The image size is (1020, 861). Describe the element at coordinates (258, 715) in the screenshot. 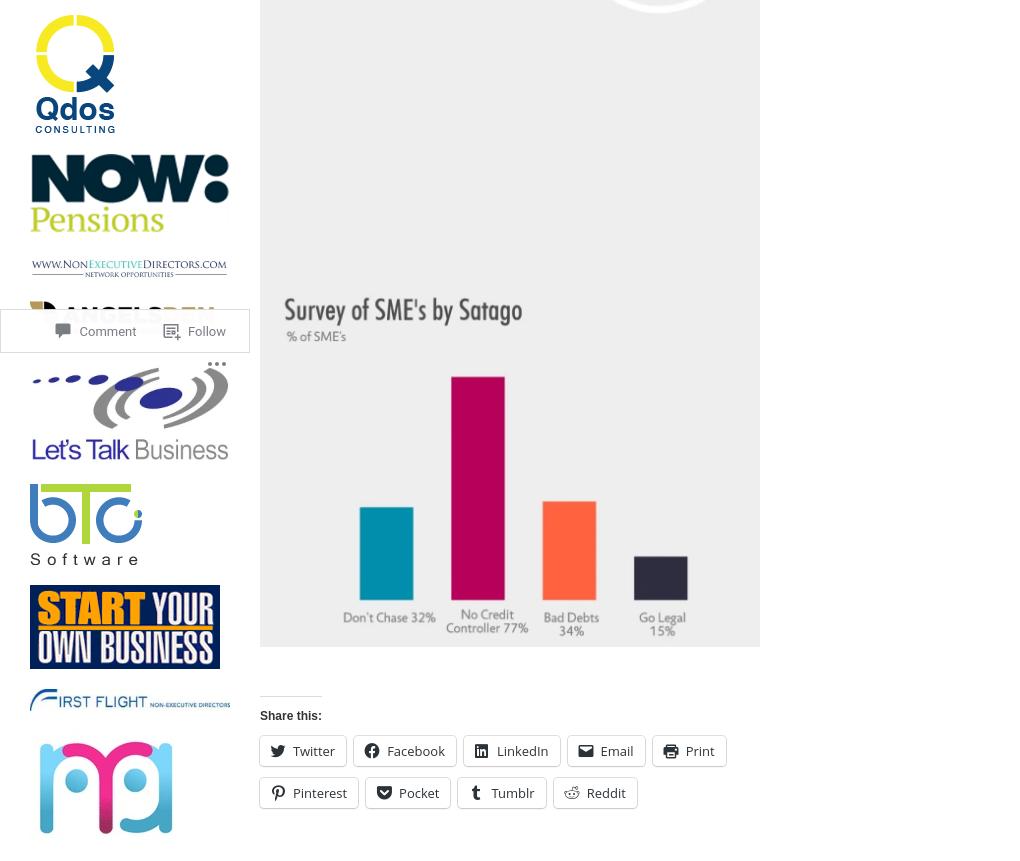

I see `'Share this:'` at that location.